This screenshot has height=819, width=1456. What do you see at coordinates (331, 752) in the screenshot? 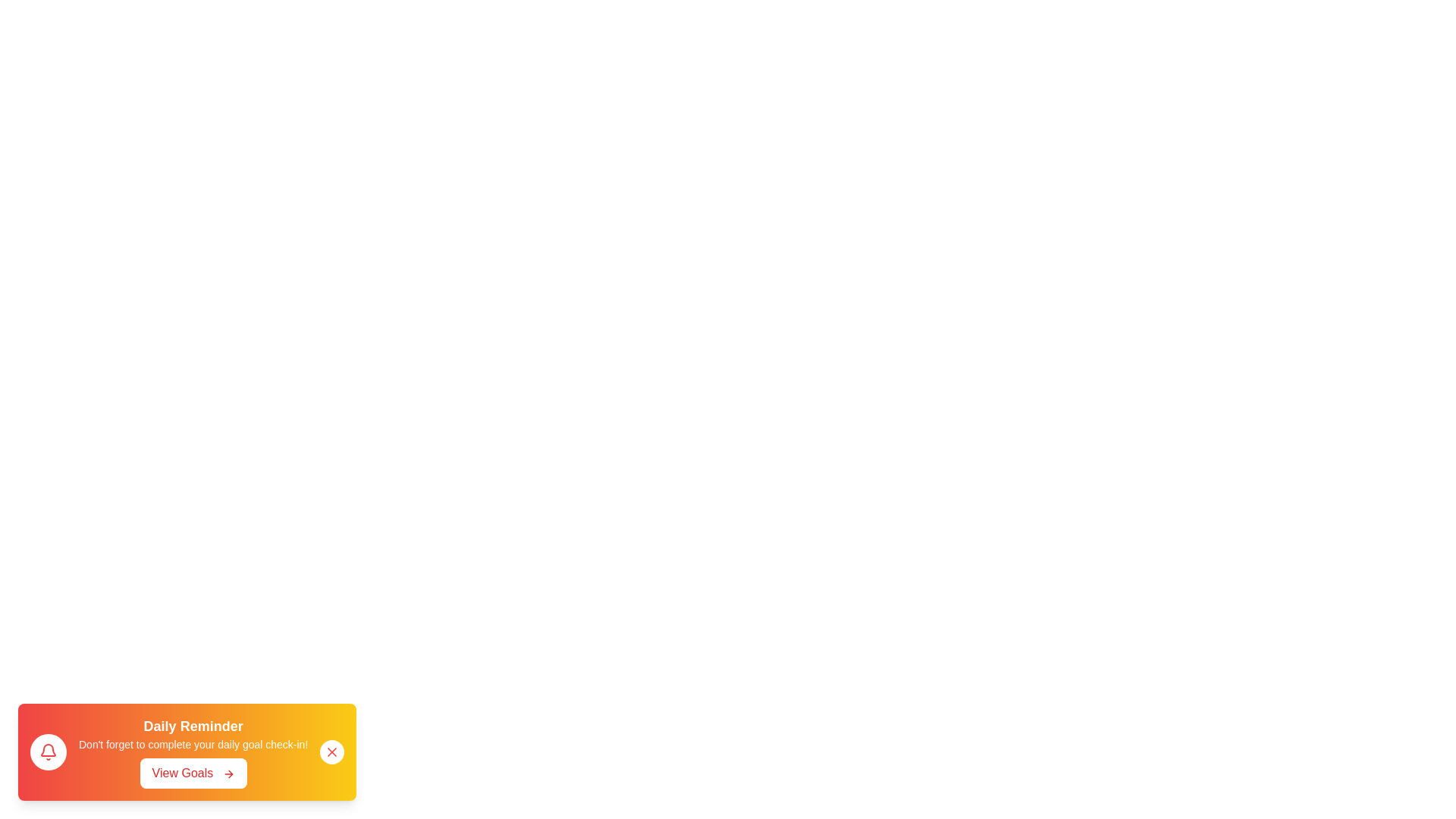
I see `the close button to dismiss the notification` at bounding box center [331, 752].